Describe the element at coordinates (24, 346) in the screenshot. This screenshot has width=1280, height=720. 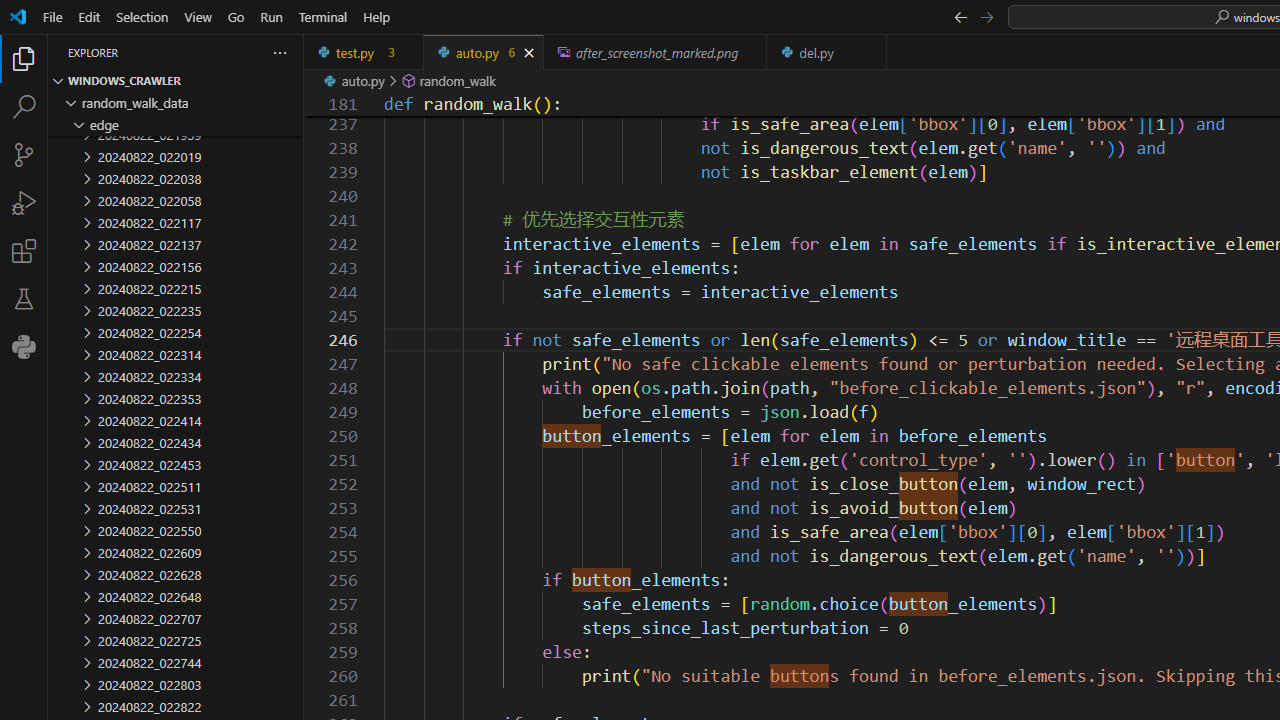
I see `'Python'` at that location.